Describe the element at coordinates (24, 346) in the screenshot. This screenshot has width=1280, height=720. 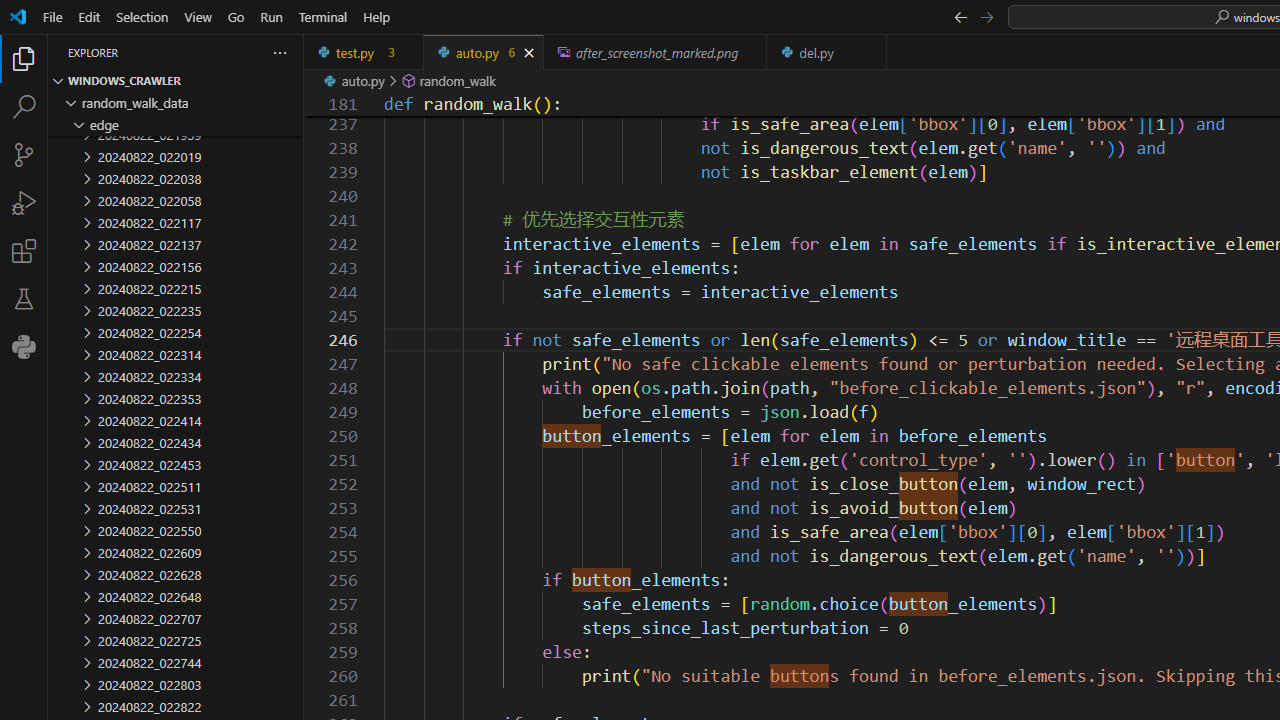
I see `'Python'` at that location.